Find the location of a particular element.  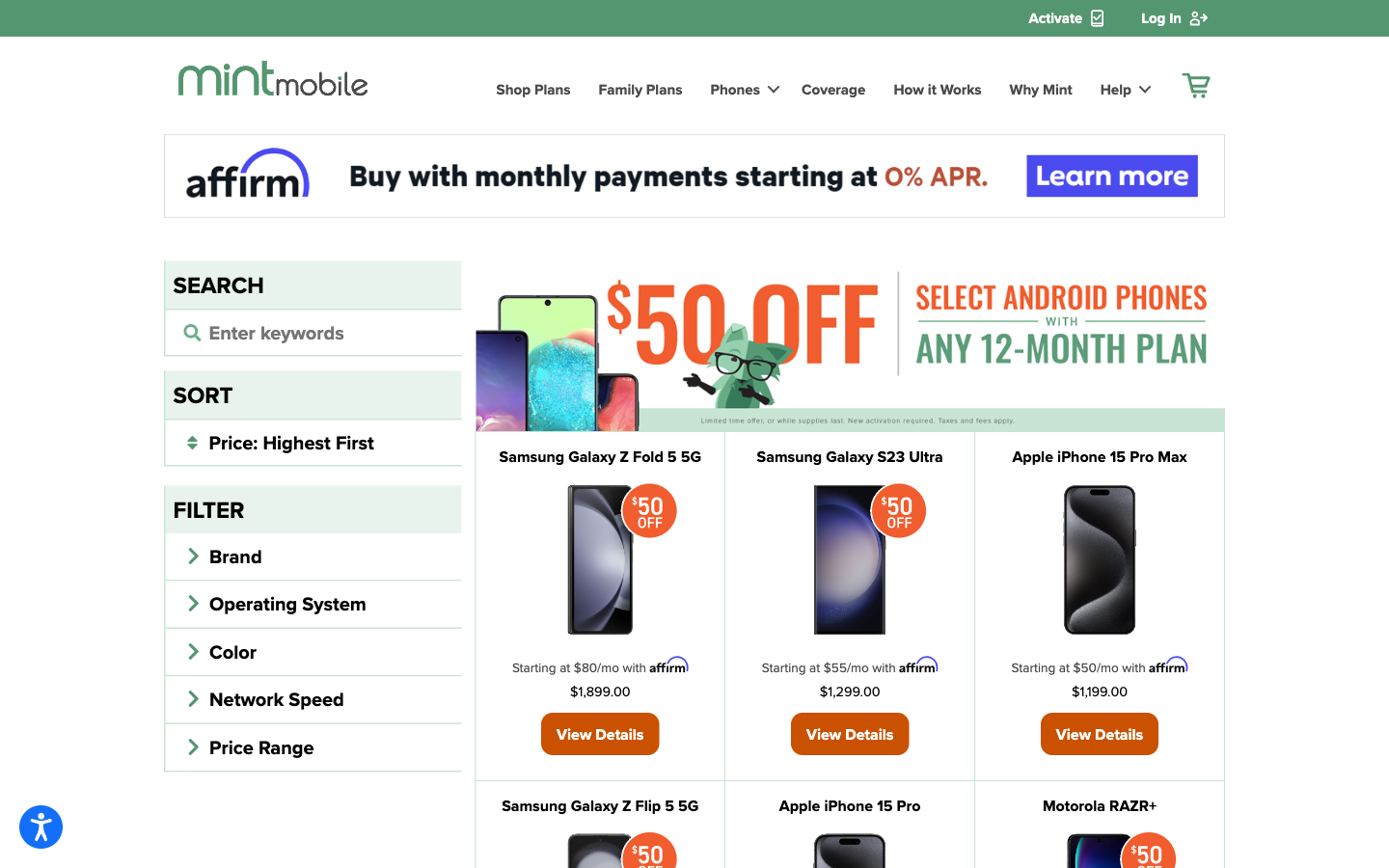

Samsung Galaxy Phone is located at coordinates (848, 455).